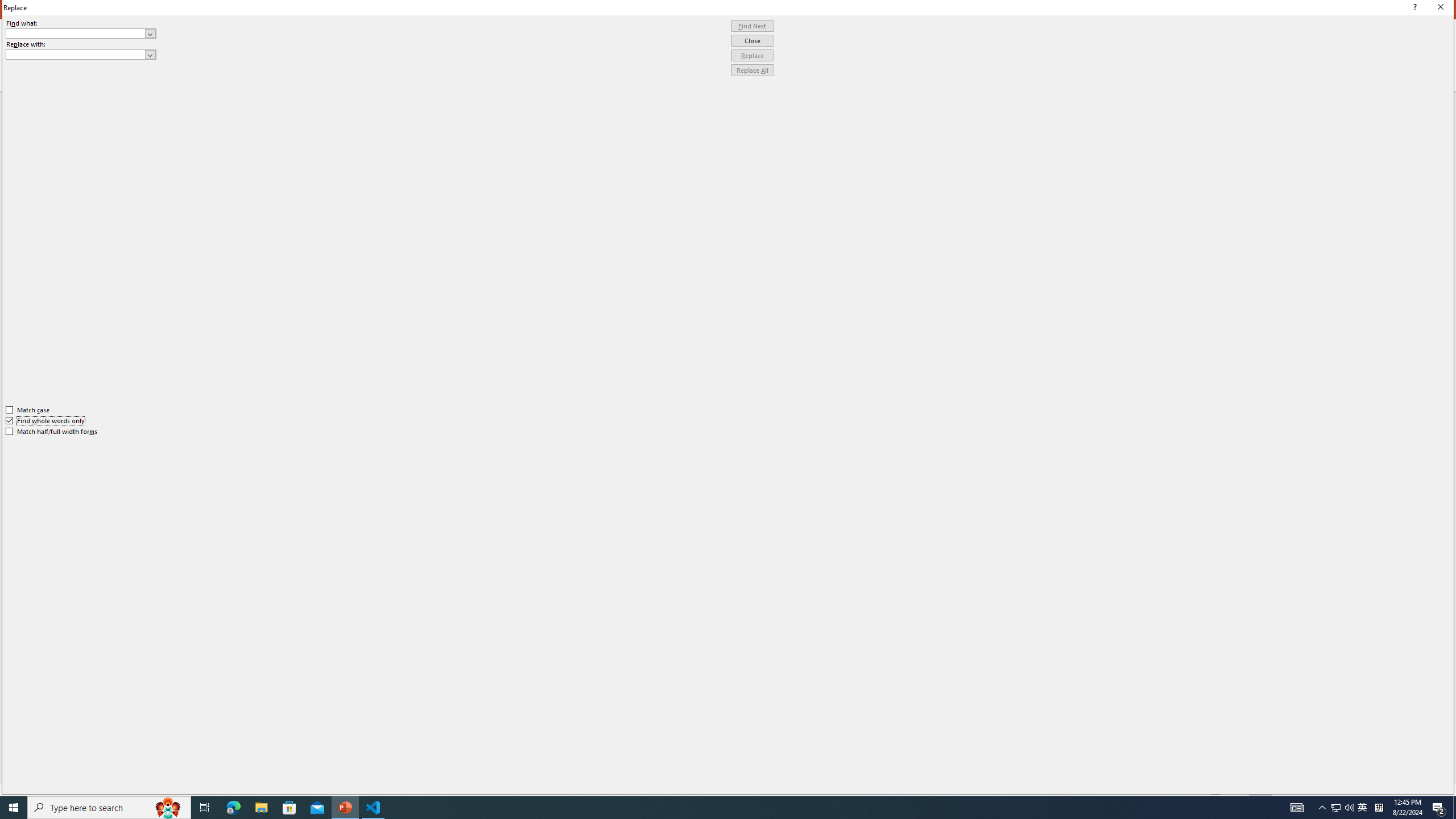 The image size is (1456, 819). Describe the element at coordinates (752, 26) in the screenshot. I see `'Find Next'` at that location.